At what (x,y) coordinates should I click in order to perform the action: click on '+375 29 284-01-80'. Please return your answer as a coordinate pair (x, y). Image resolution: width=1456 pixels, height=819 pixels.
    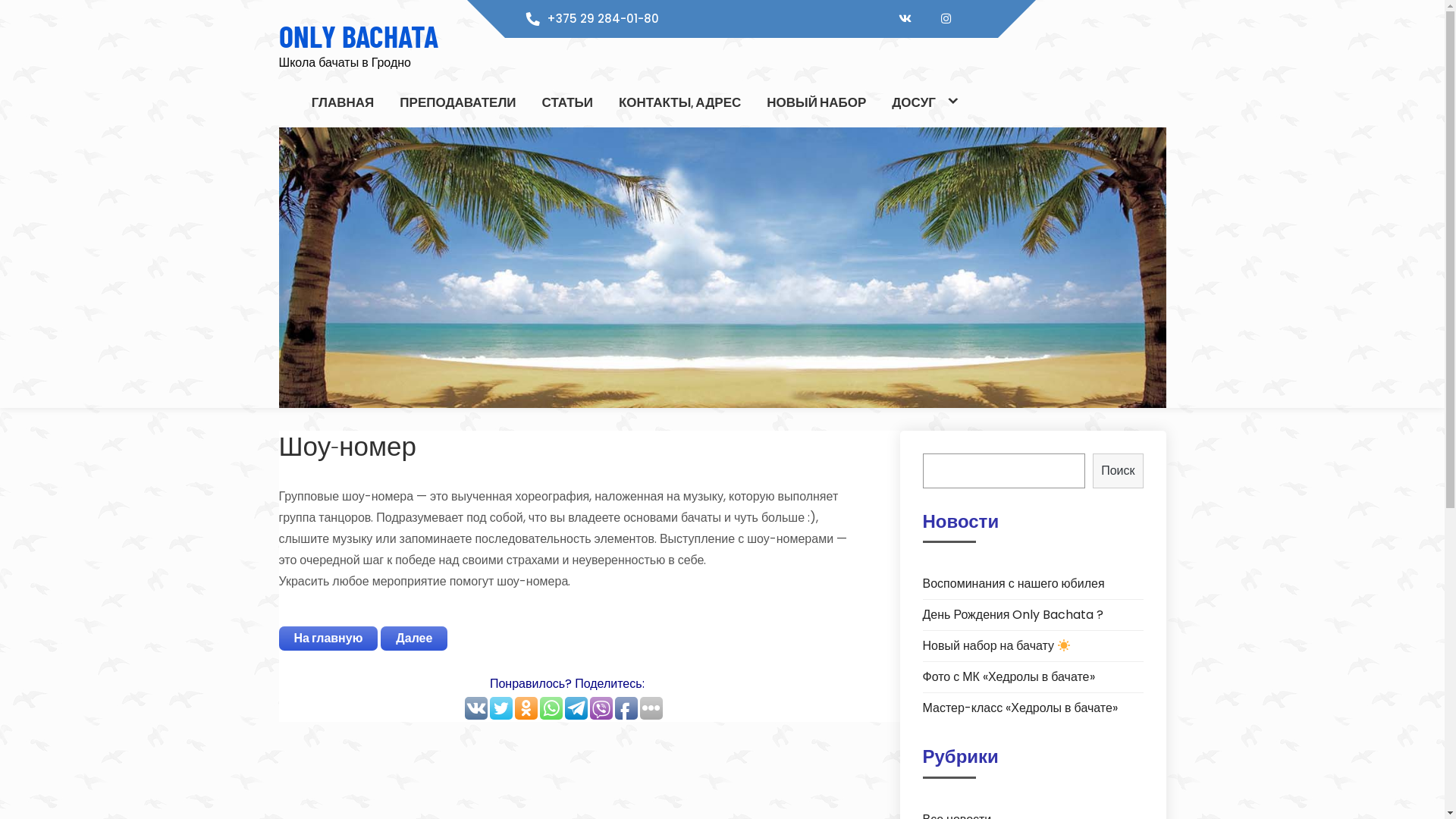
    Looking at the image, I should click on (602, 18).